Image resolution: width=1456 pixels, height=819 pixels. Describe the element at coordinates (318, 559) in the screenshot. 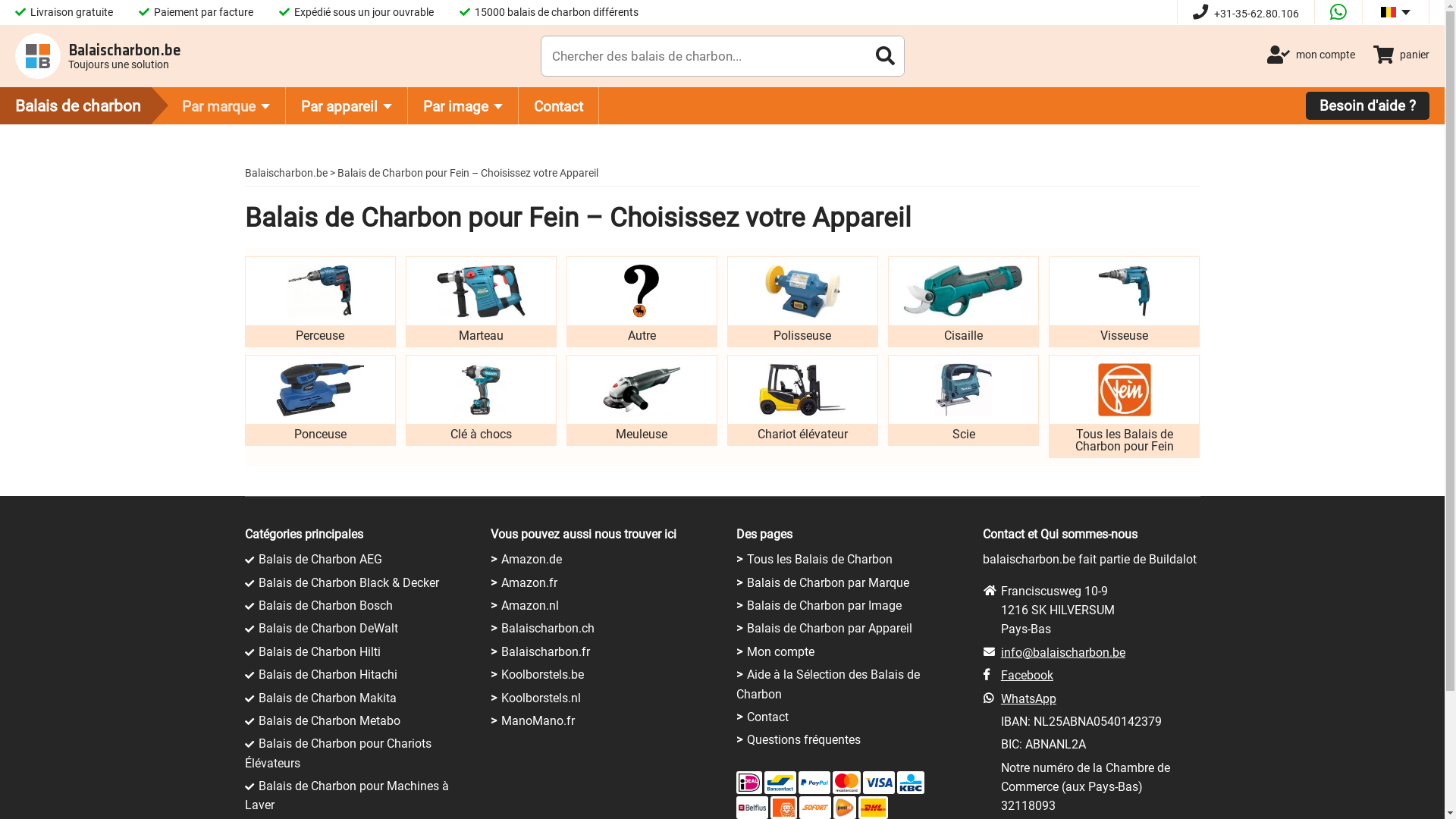

I see `'Balais de Charbon AEG'` at that location.